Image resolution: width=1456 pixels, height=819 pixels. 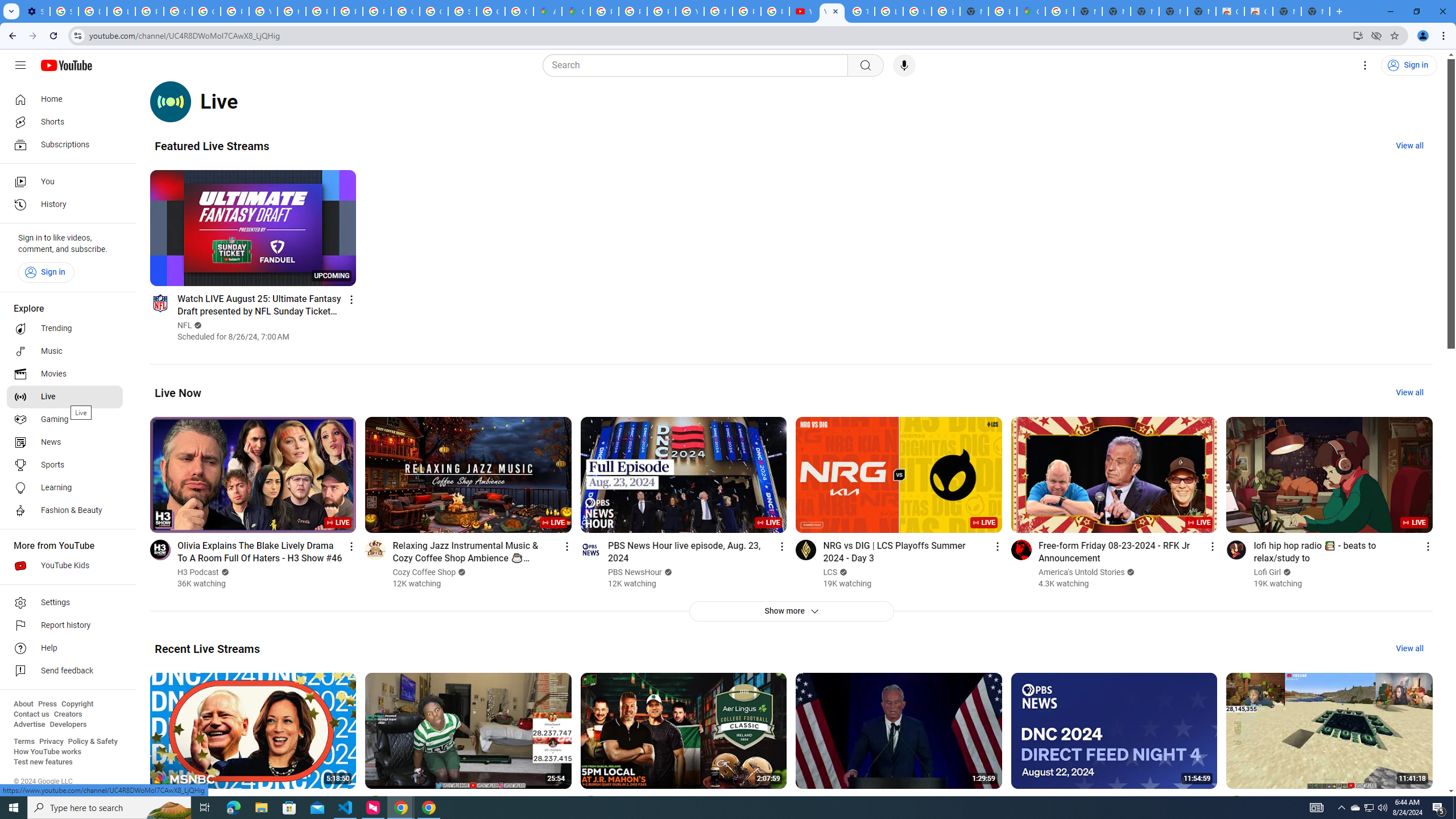 I want to click on 'Delete photos & videos - Computer - Google Photos Help', so click(x=92, y=11).